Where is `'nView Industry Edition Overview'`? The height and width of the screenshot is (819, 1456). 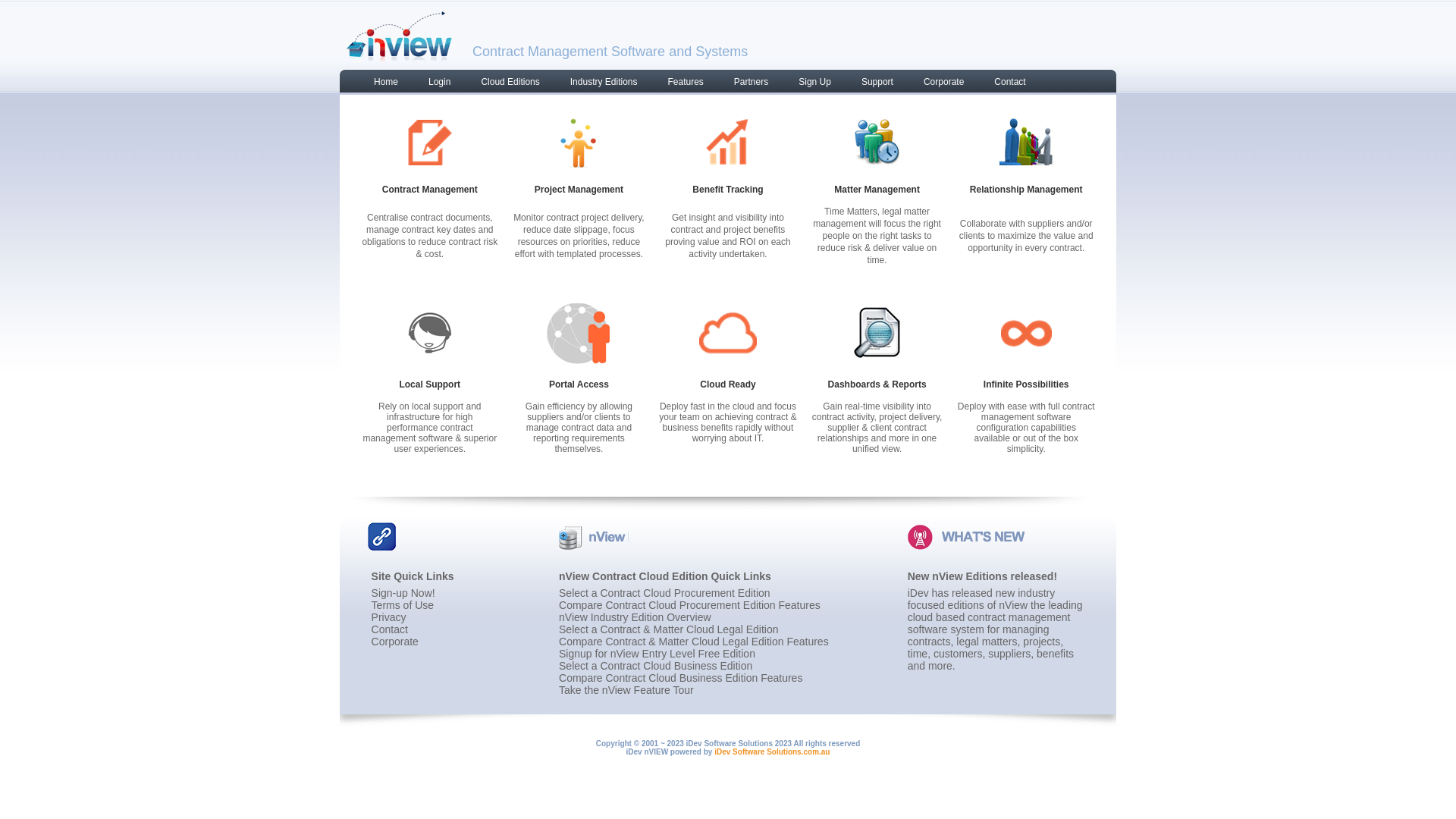 'nView Industry Edition Overview' is located at coordinates (635, 617).